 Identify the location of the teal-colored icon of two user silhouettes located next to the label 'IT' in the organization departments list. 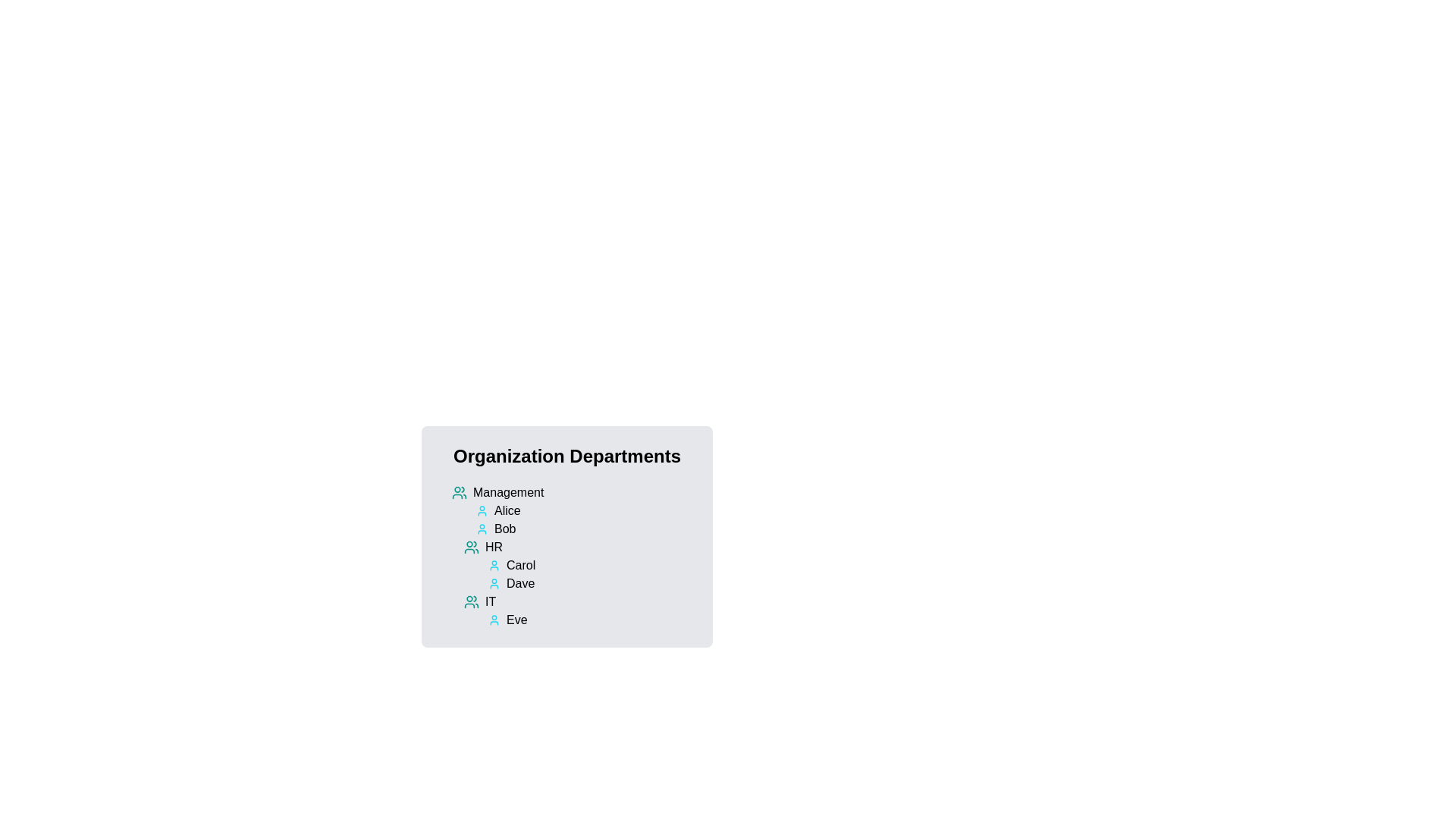
(471, 601).